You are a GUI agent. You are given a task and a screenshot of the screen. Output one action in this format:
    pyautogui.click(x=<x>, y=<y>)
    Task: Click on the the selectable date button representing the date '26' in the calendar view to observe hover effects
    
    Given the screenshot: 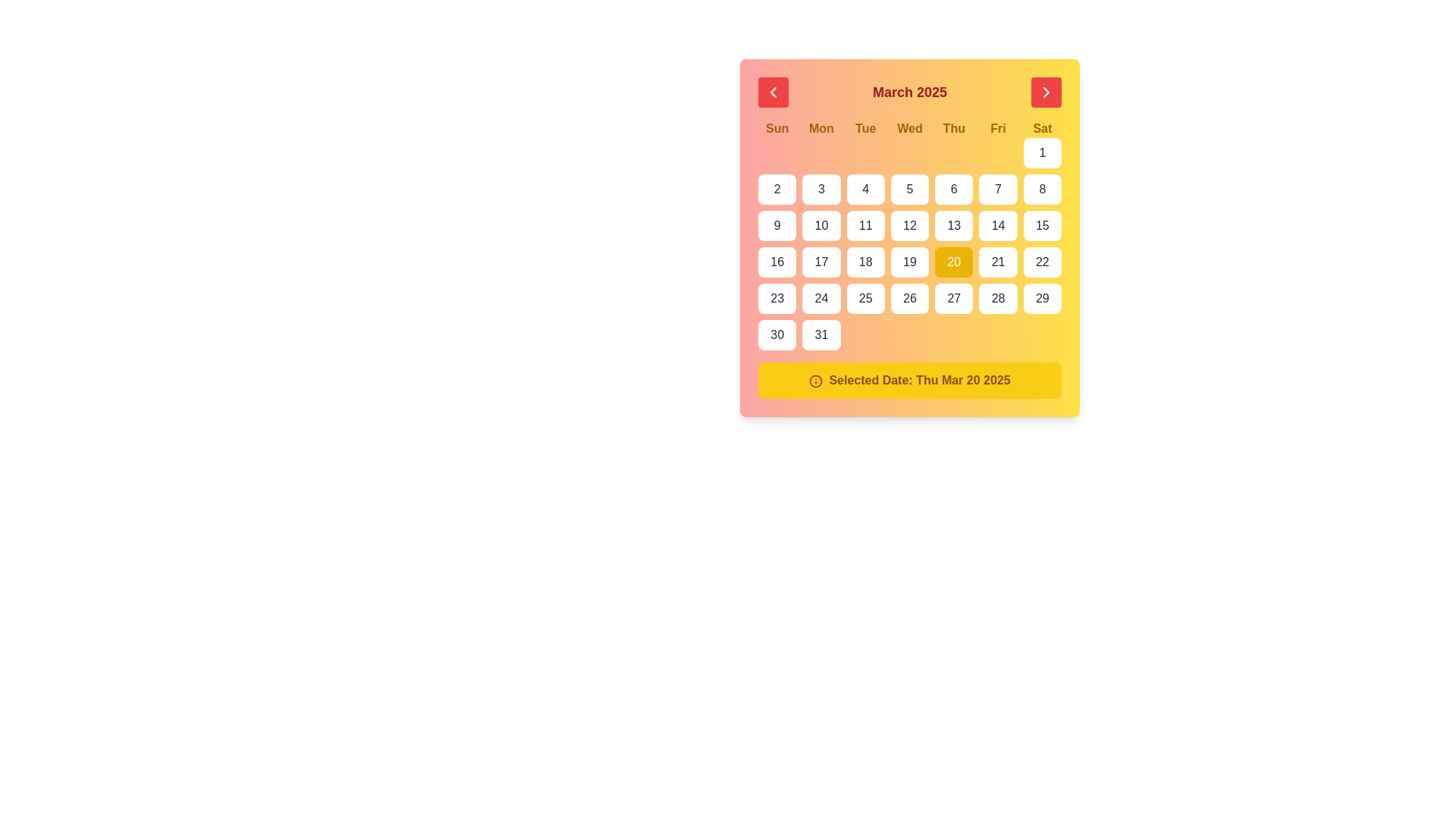 What is the action you would take?
    pyautogui.click(x=910, y=298)
    